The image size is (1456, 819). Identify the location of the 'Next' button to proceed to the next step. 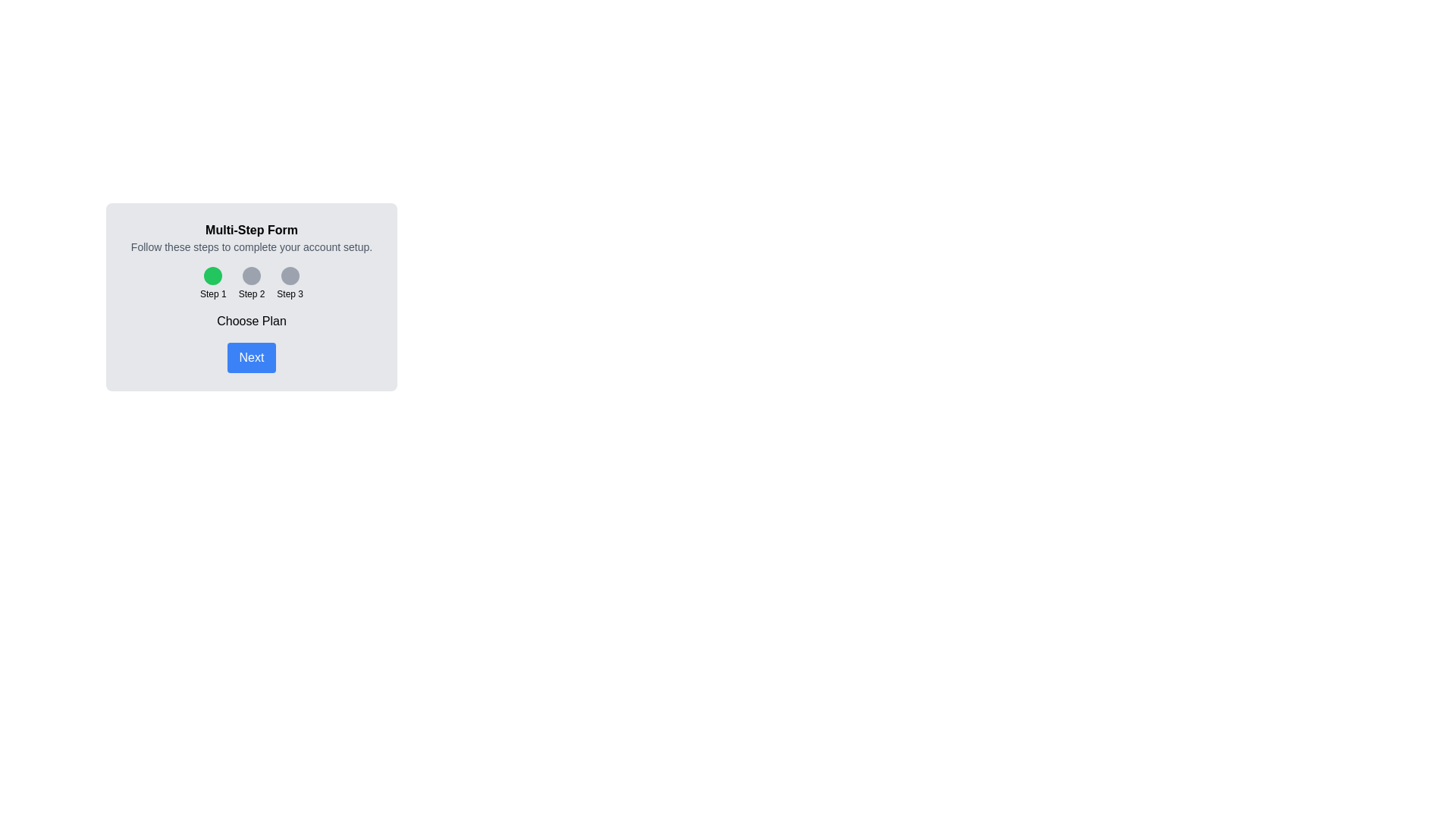
(251, 357).